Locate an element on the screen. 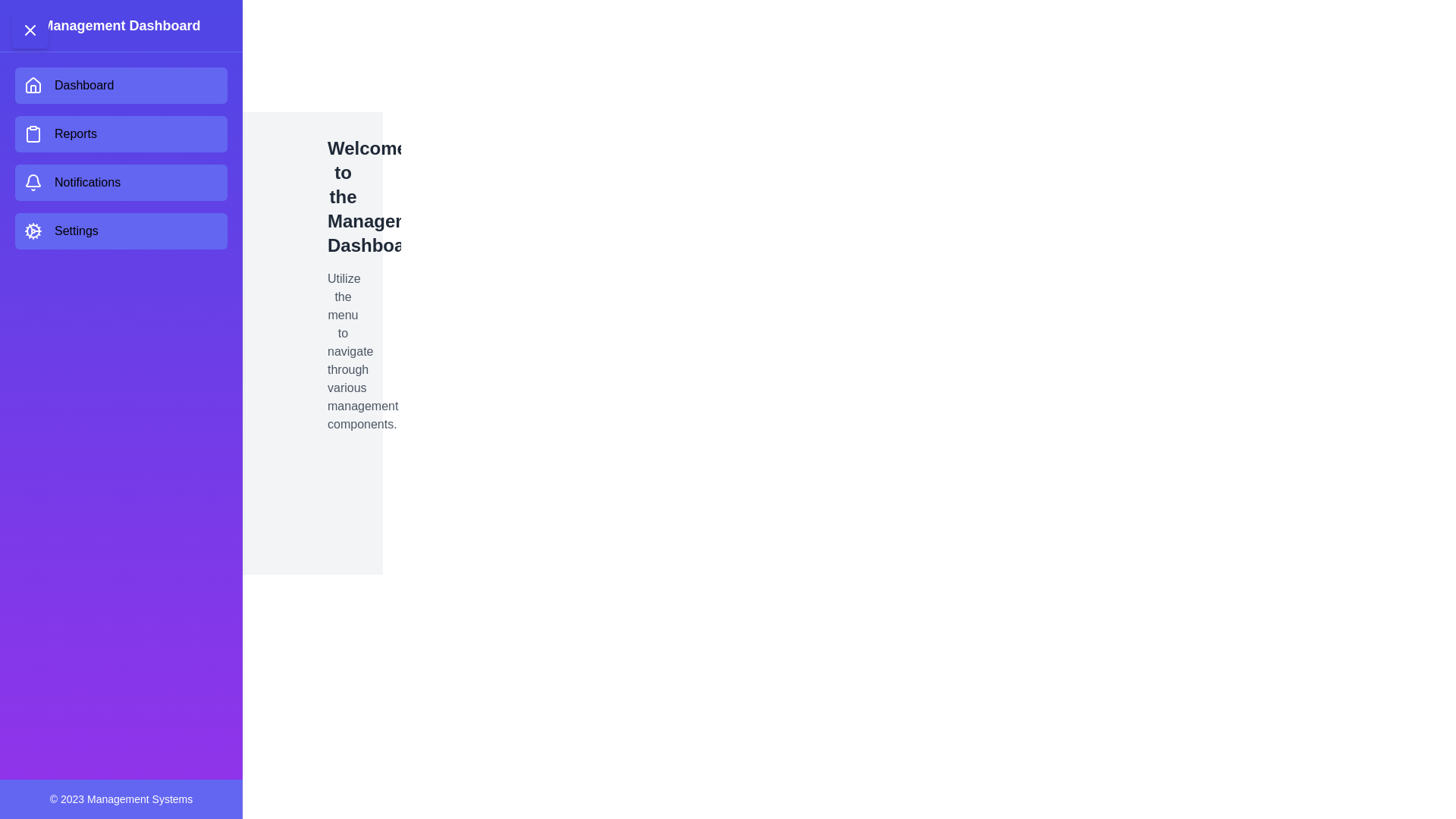 The width and height of the screenshot is (1456, 819). the 'Dashboard' menu button located on the left-hand side of the application interface is located at coordinates (120, 85).